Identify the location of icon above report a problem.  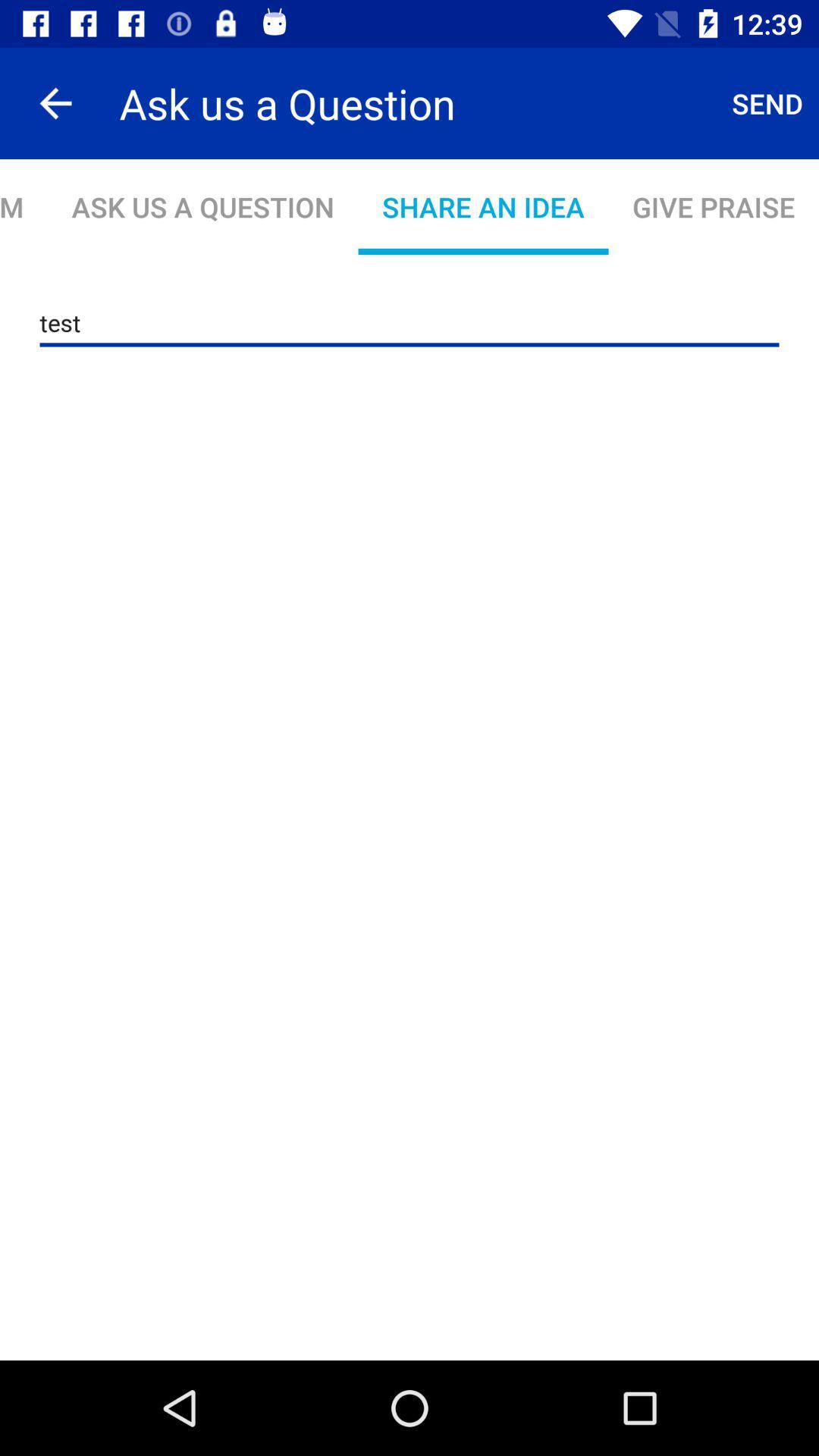
(55, 102).